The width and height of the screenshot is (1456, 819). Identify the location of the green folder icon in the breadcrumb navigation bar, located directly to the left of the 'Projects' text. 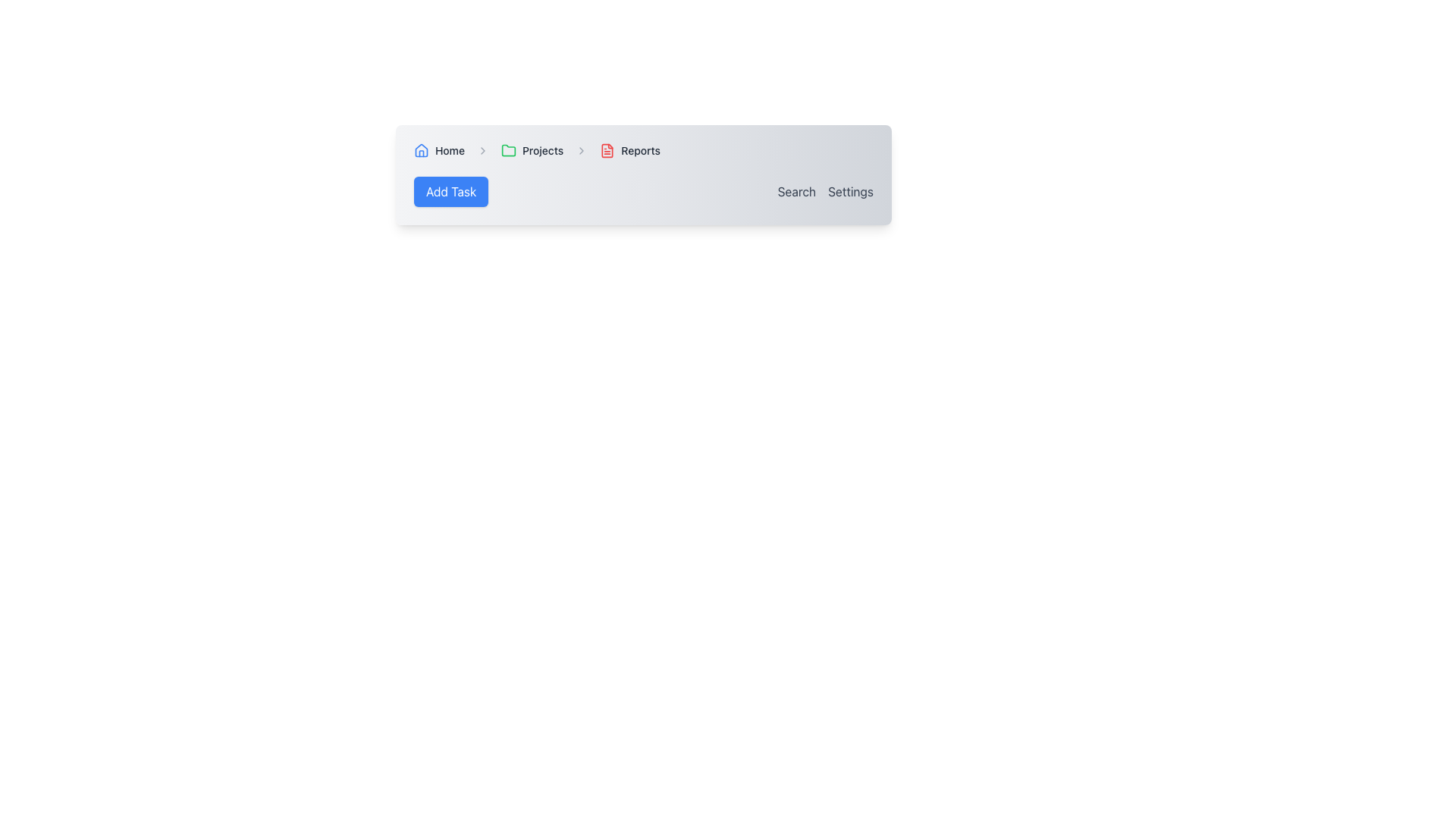
(509, 151).